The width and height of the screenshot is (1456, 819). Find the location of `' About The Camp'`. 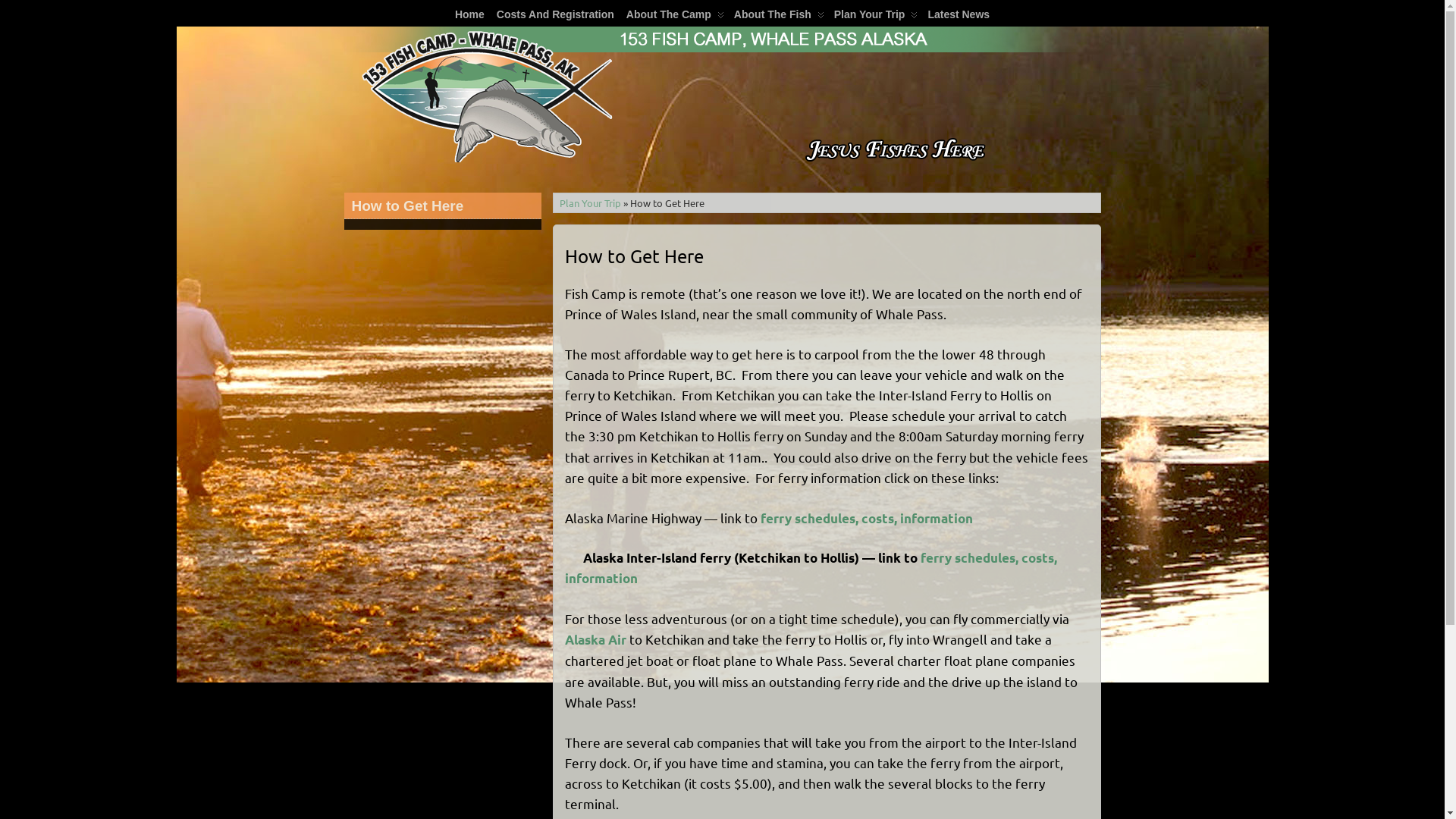

' About The Camp' is located at coordinates (673, 13).